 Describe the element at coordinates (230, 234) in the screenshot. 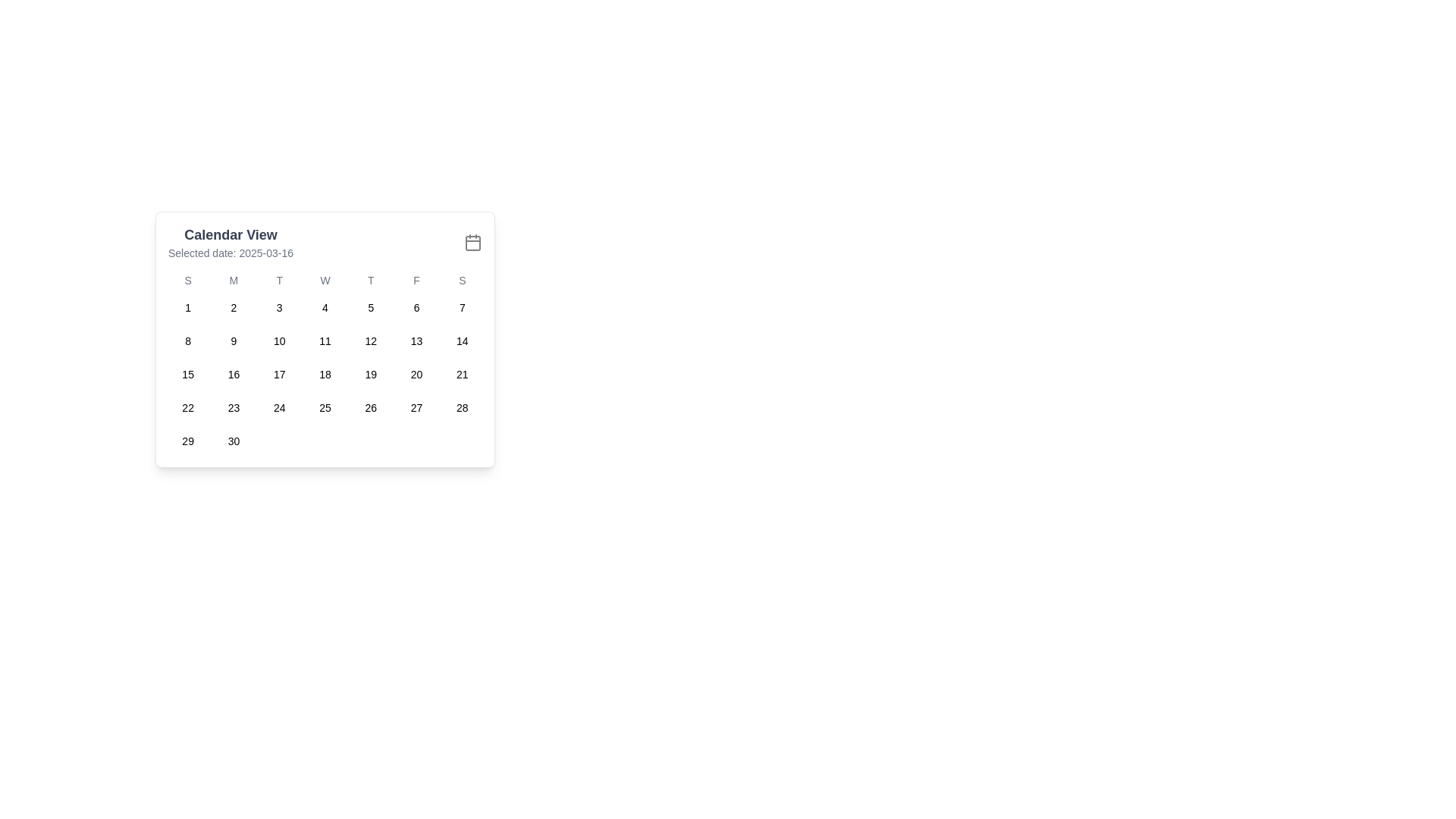

I see `the bold text label reading 'Calendar View', which is located at the upper left of the calendar widget on the white panel` at that location.